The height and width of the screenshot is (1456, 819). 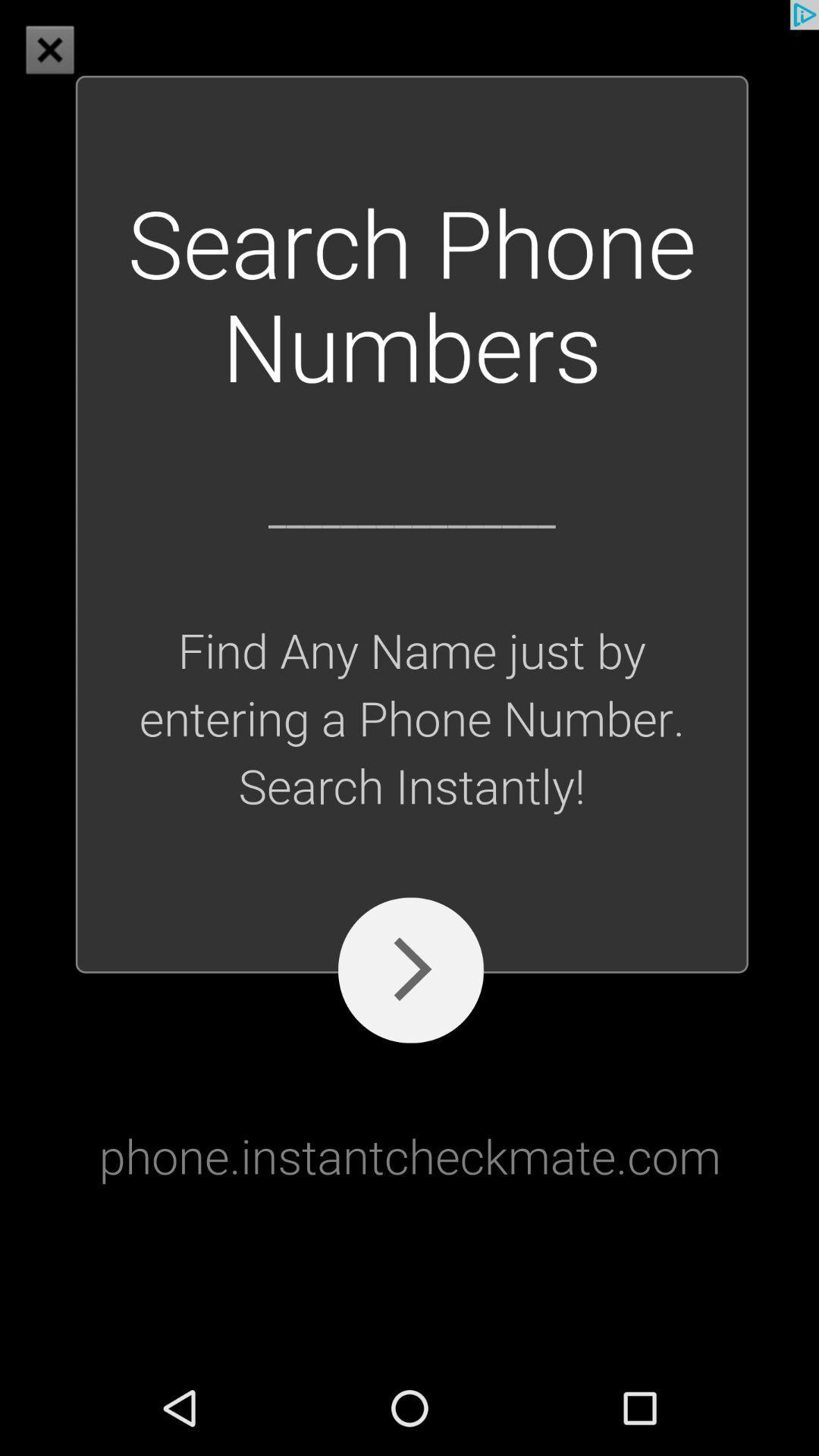 I want to click on the close icon, so click(x=69, y=74).